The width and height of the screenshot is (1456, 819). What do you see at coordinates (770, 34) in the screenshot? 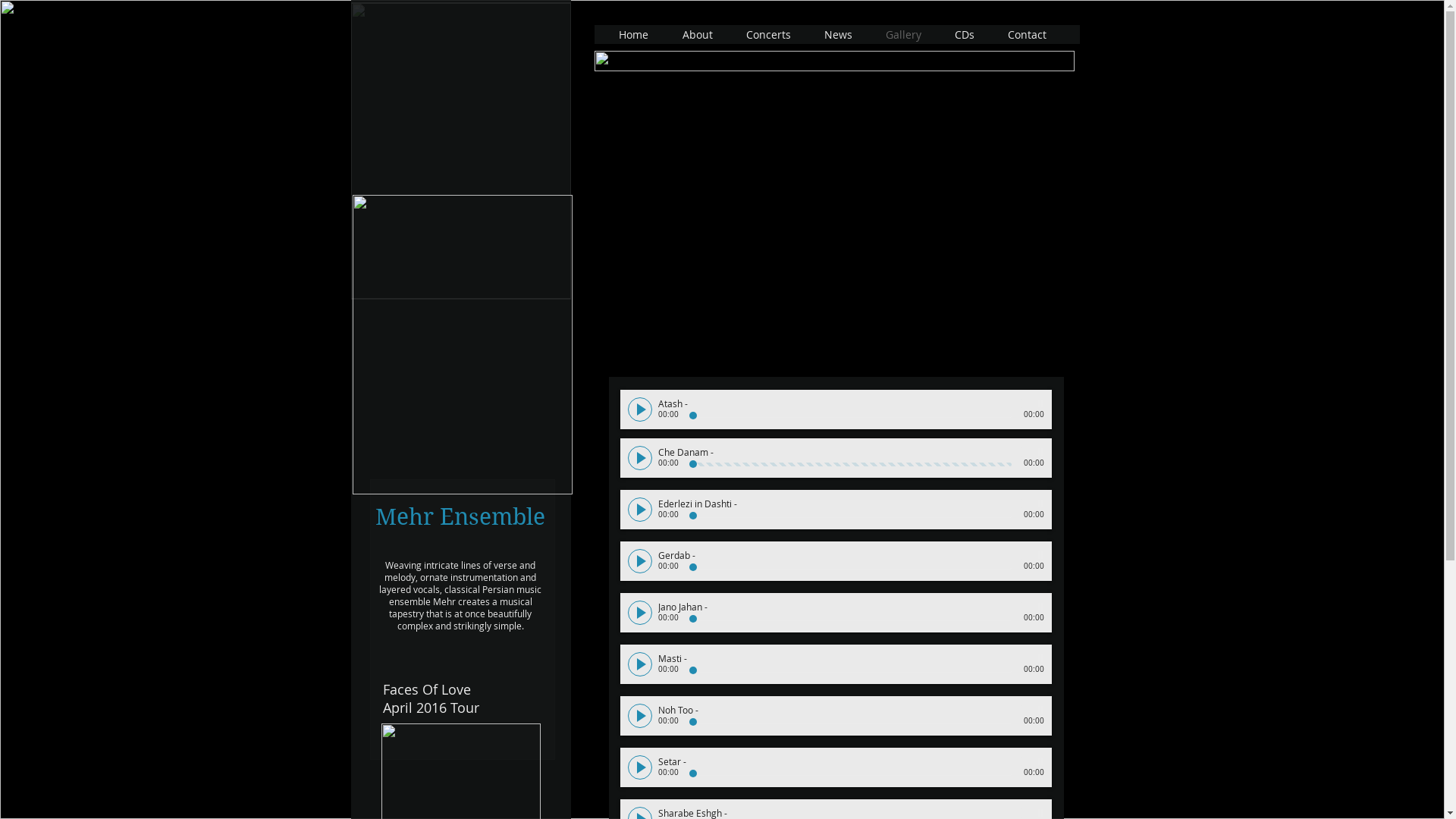
I see `'Concerts'` at bounding box center [770, 34].